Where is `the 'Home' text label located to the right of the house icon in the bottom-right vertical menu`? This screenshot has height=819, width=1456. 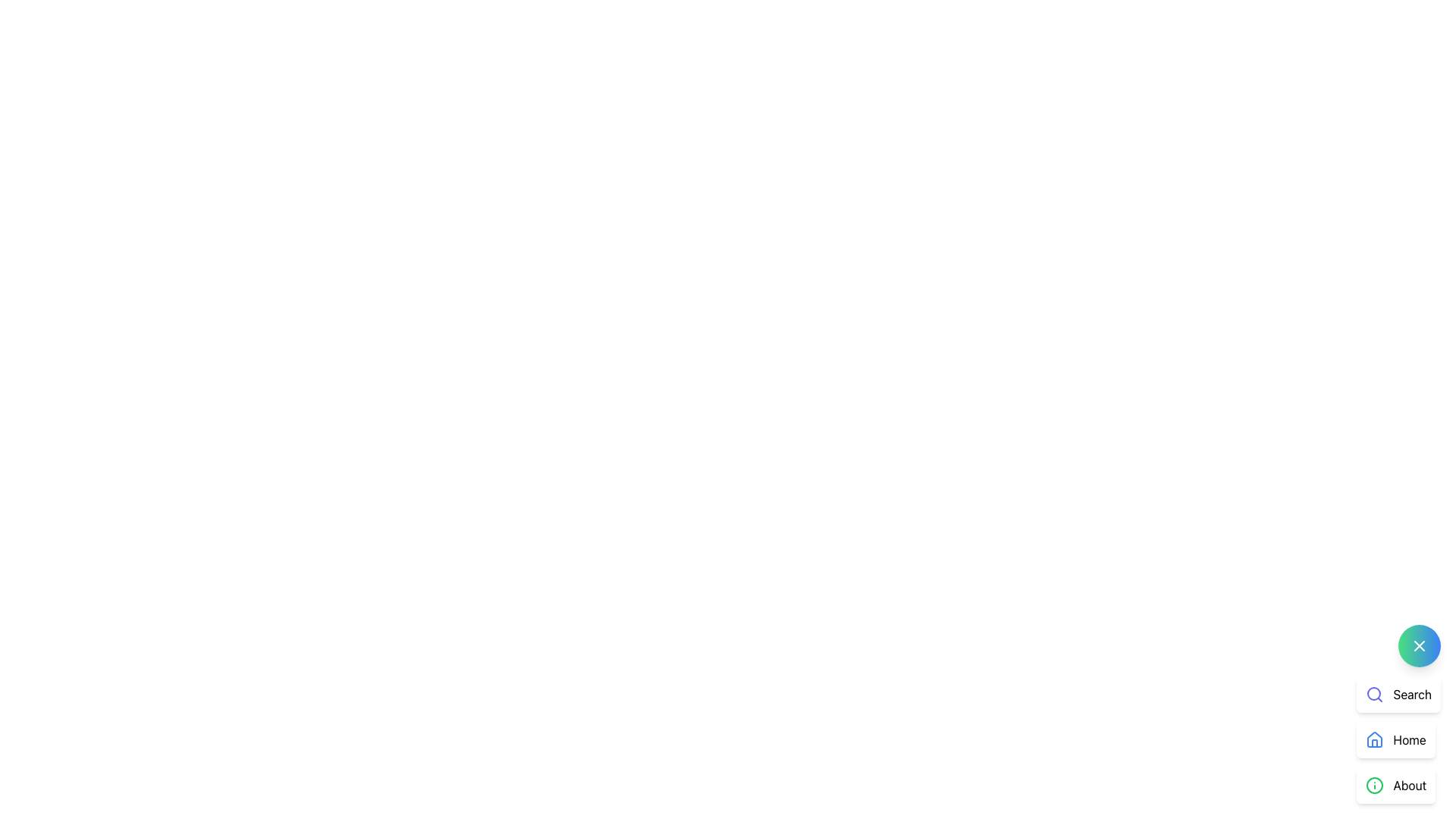
the 'Home' text label located to the right of the house icon in the bottom-right vertical menu is located at coordinates (1409, 739).